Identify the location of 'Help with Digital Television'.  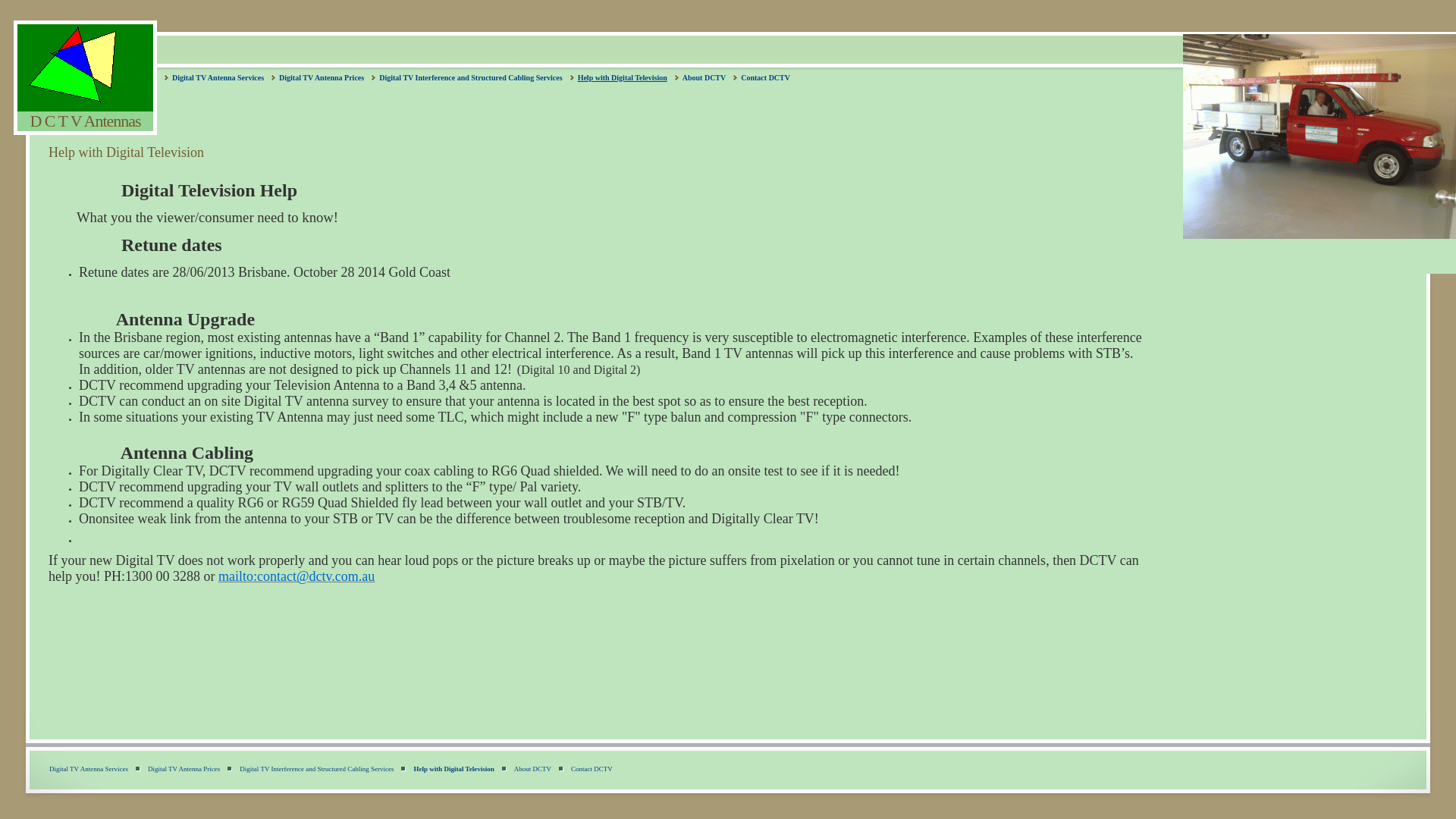
(453, 768).